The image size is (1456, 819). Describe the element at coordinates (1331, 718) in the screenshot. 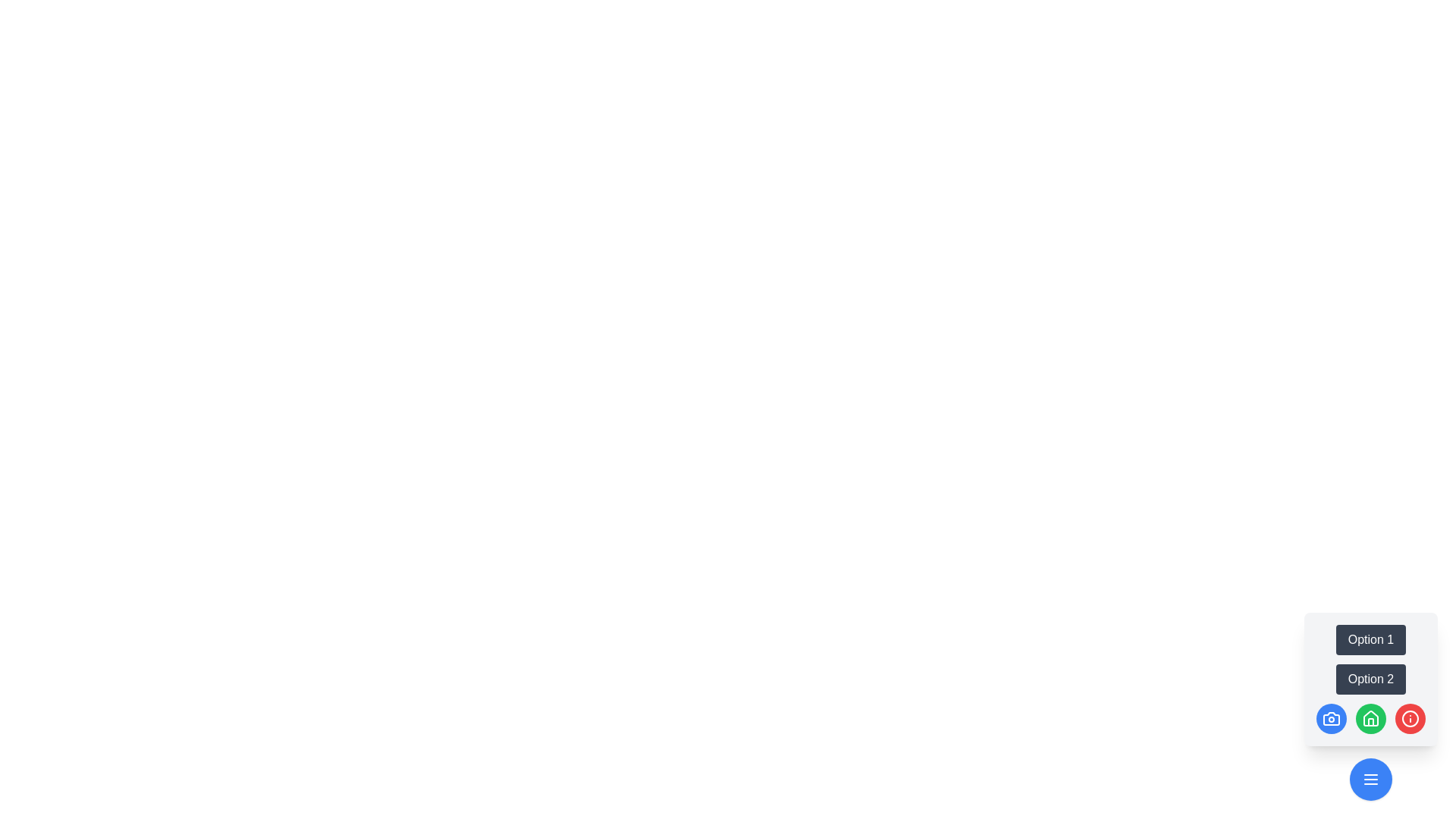

I see `the camera icon button located at the bottom-left corner of the floating panel` at that location.